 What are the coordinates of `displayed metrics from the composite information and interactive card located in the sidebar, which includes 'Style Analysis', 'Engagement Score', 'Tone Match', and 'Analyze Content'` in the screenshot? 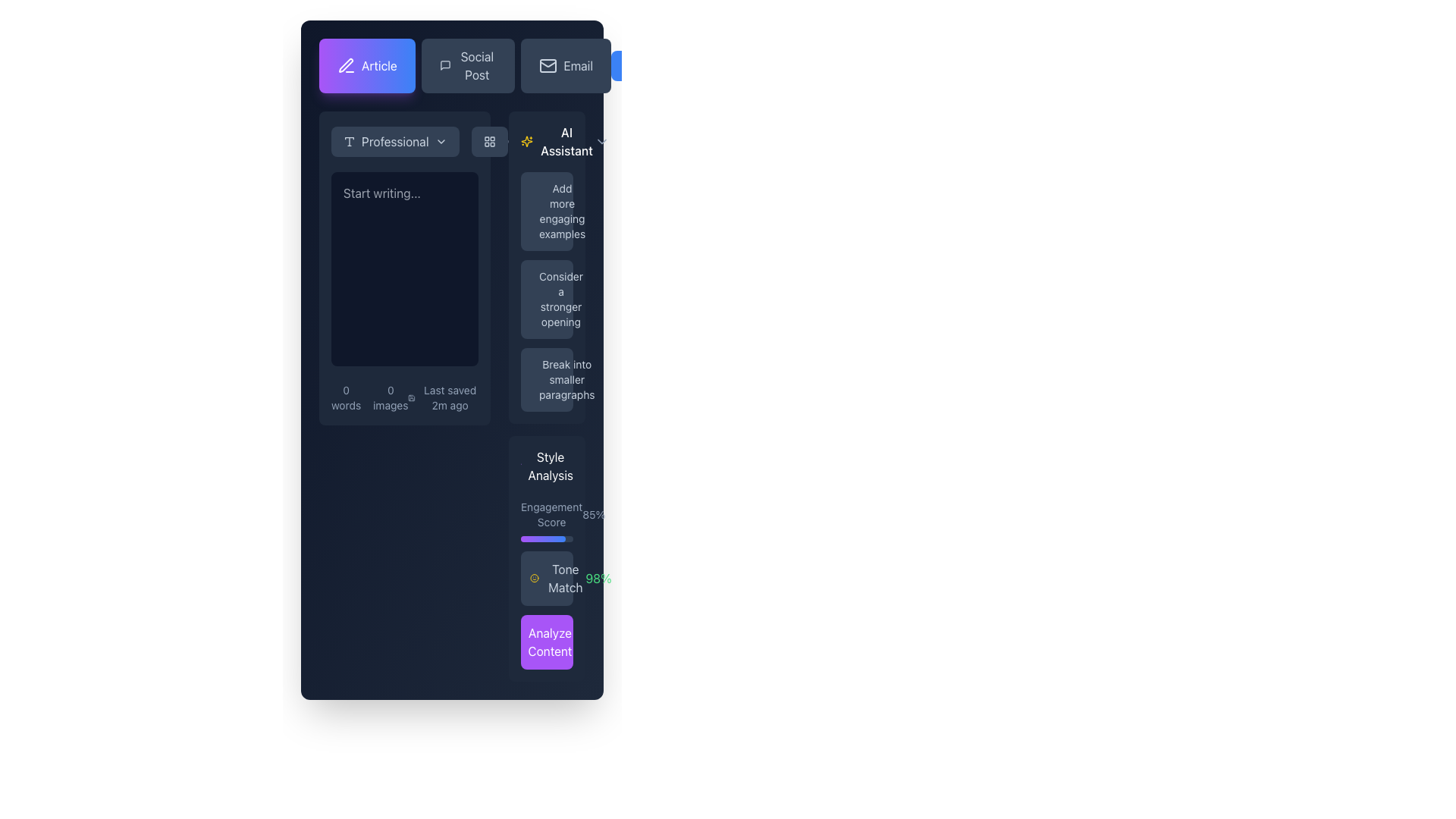 It's located at (546, 558).